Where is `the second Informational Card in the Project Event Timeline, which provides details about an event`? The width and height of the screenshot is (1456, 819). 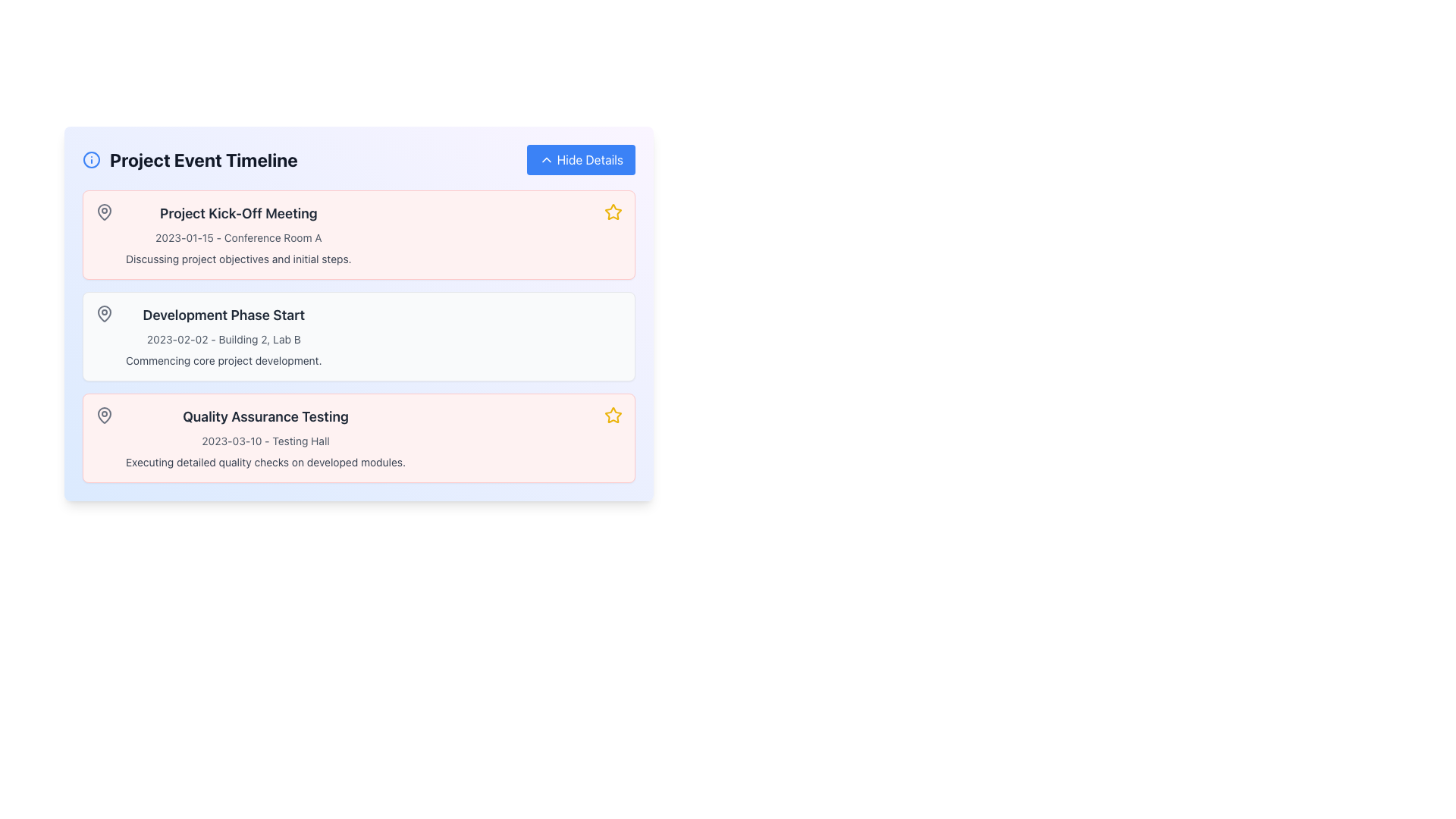
the second Informational Card in the Project Event Timeline, which provides details about an event is located at coordinates (358, 312).